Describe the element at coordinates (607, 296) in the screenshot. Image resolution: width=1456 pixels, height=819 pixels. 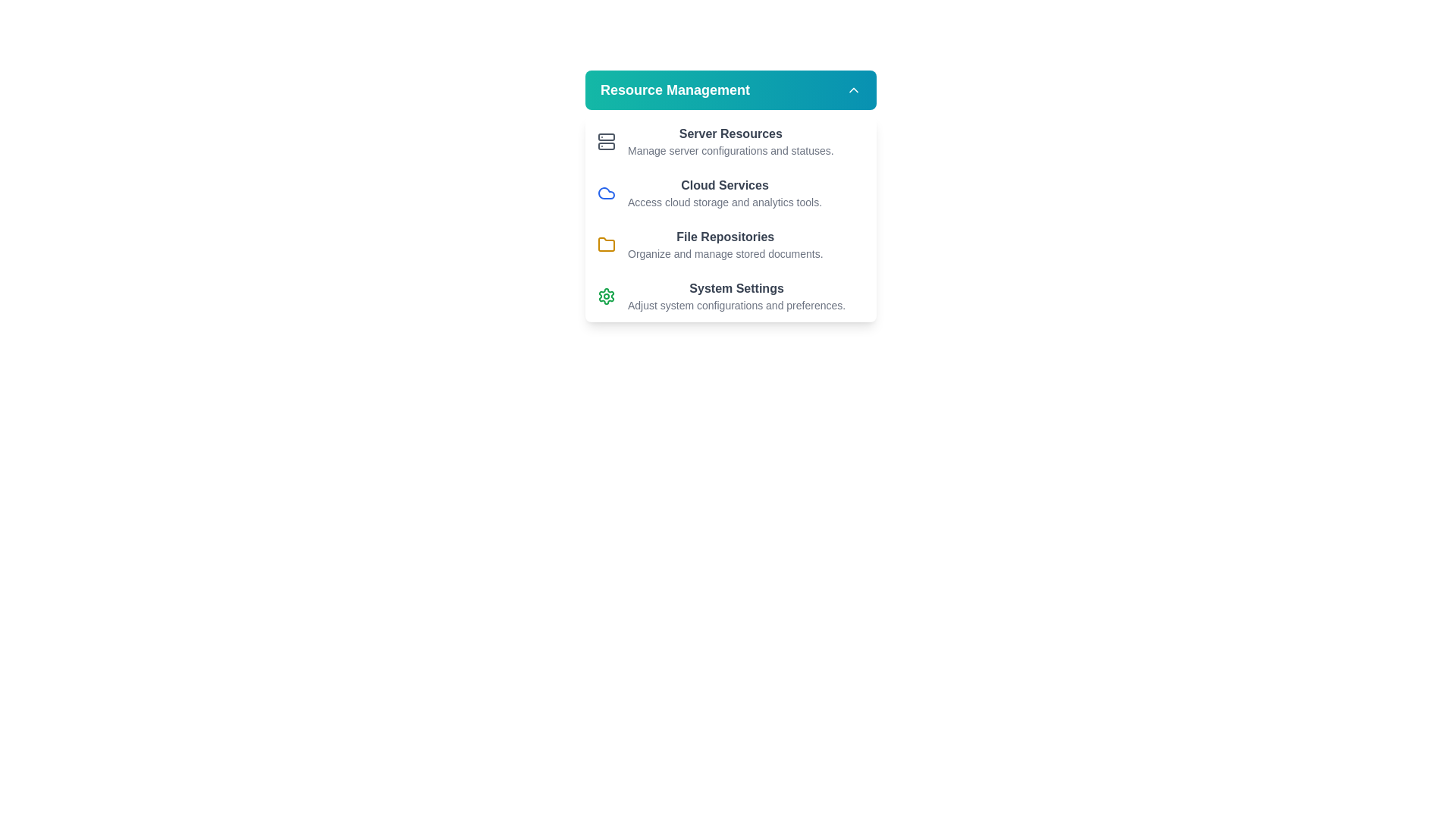
I see `the green settings gear icon located next to the 'System Settings' text` at that location.